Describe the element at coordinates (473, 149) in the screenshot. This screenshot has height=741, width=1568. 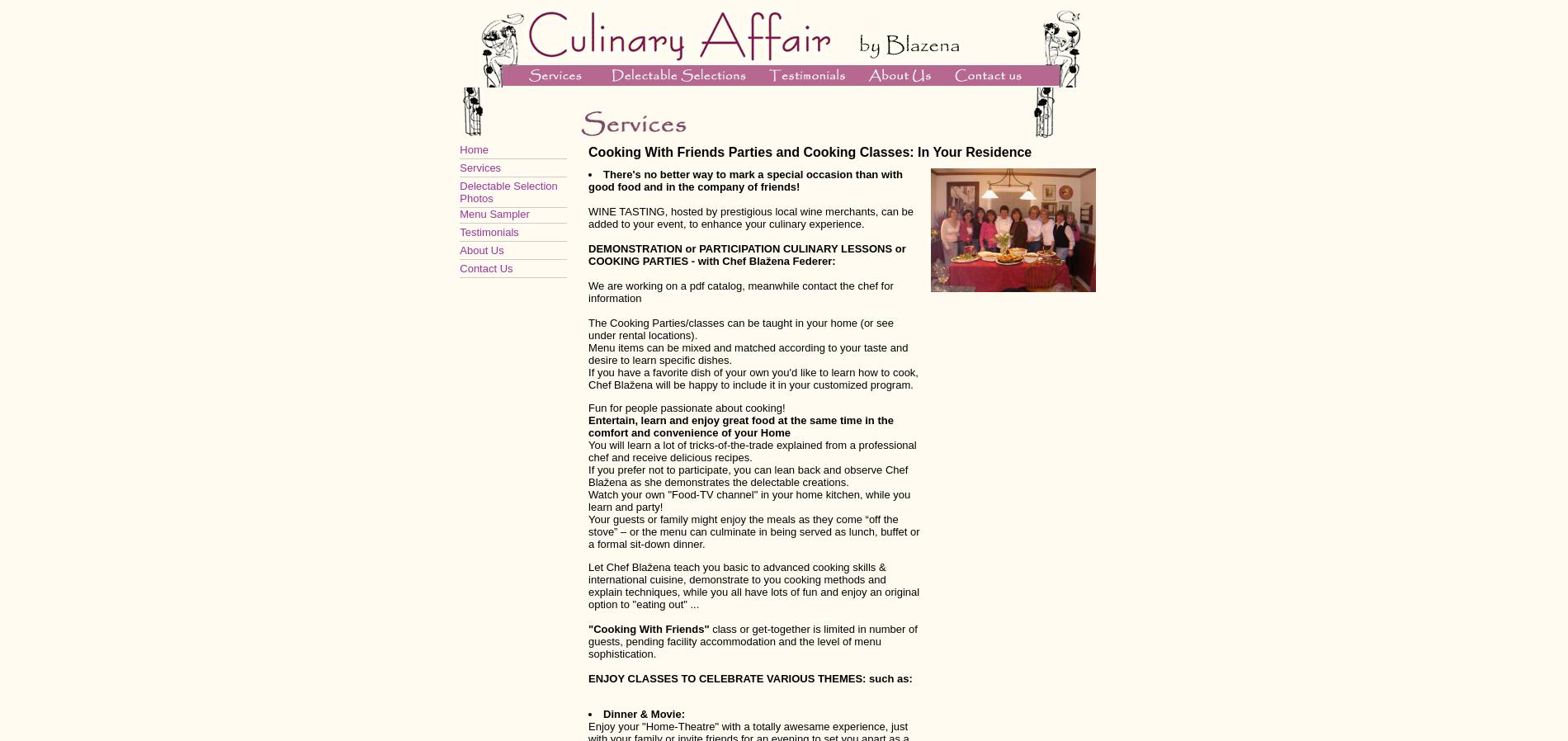
I see `'Home'` at that location.